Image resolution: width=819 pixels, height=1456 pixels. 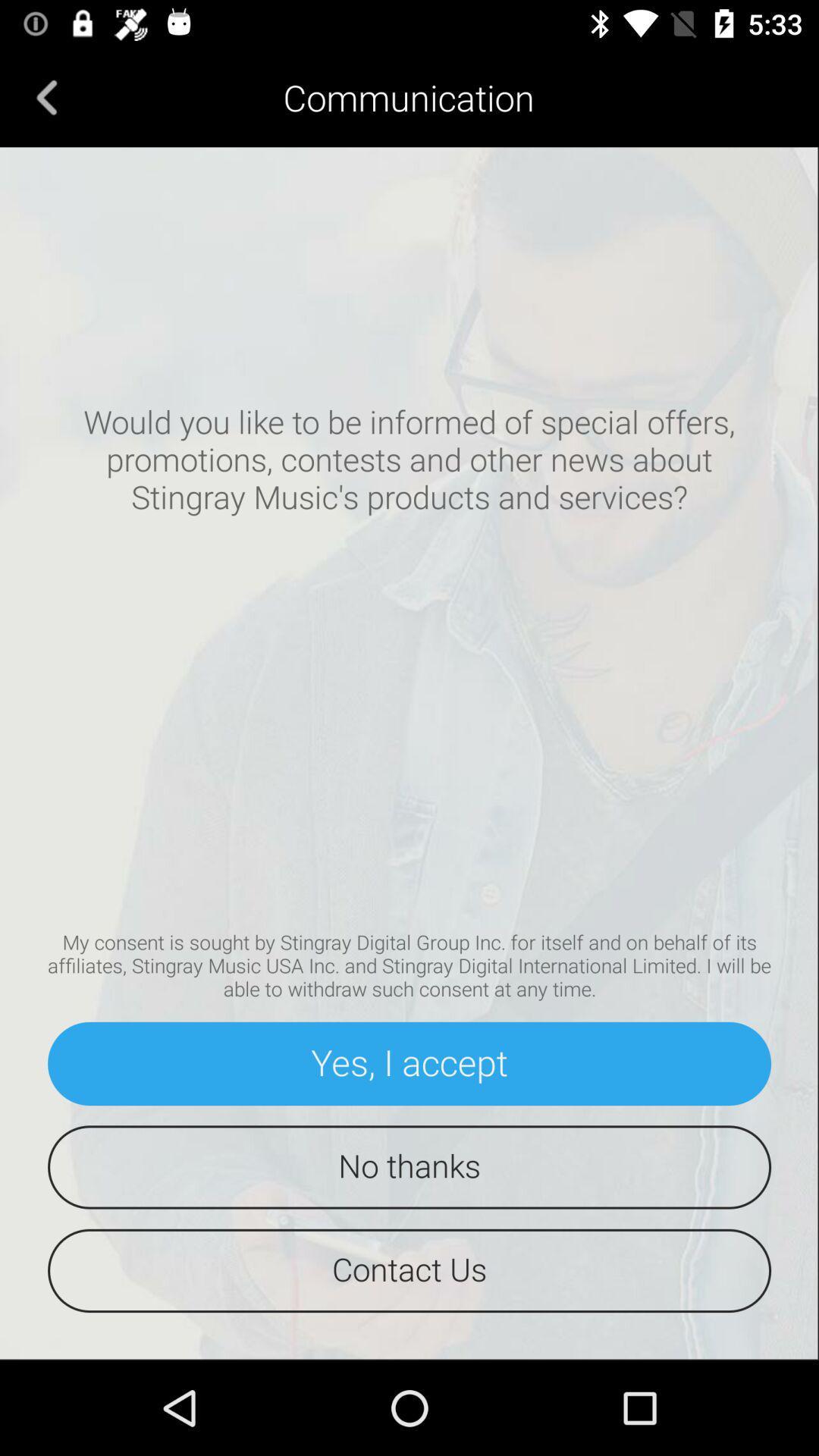 What do you see at coordinates (409, 1166) in the screenshot?
I see `the no thanks` at bounding box center [409, 1166].